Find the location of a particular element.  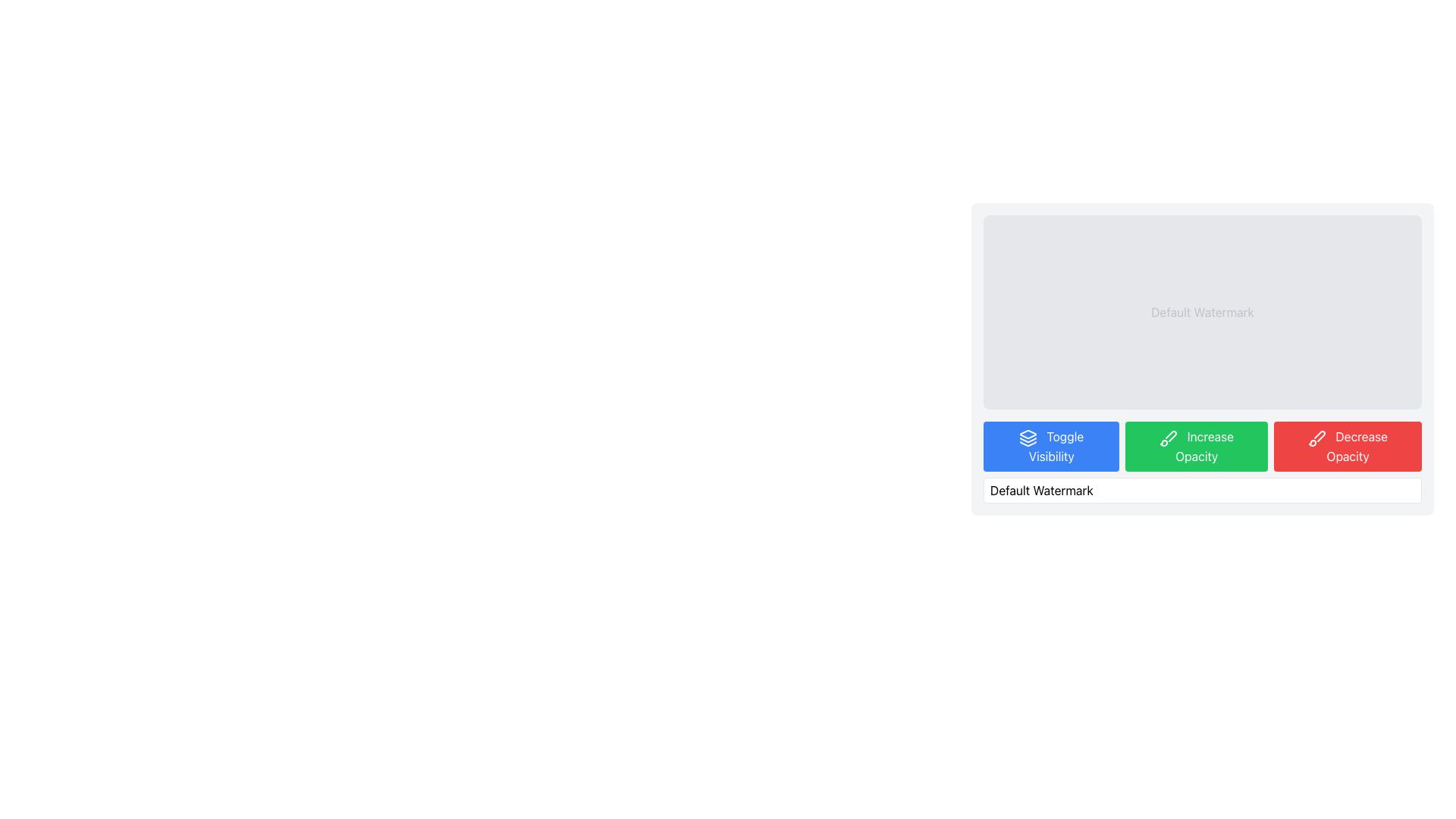

the middle layer icon element that is part of a layered icon structure located at the bottom-left region of the application interface is located at coordinates (1028, 440).